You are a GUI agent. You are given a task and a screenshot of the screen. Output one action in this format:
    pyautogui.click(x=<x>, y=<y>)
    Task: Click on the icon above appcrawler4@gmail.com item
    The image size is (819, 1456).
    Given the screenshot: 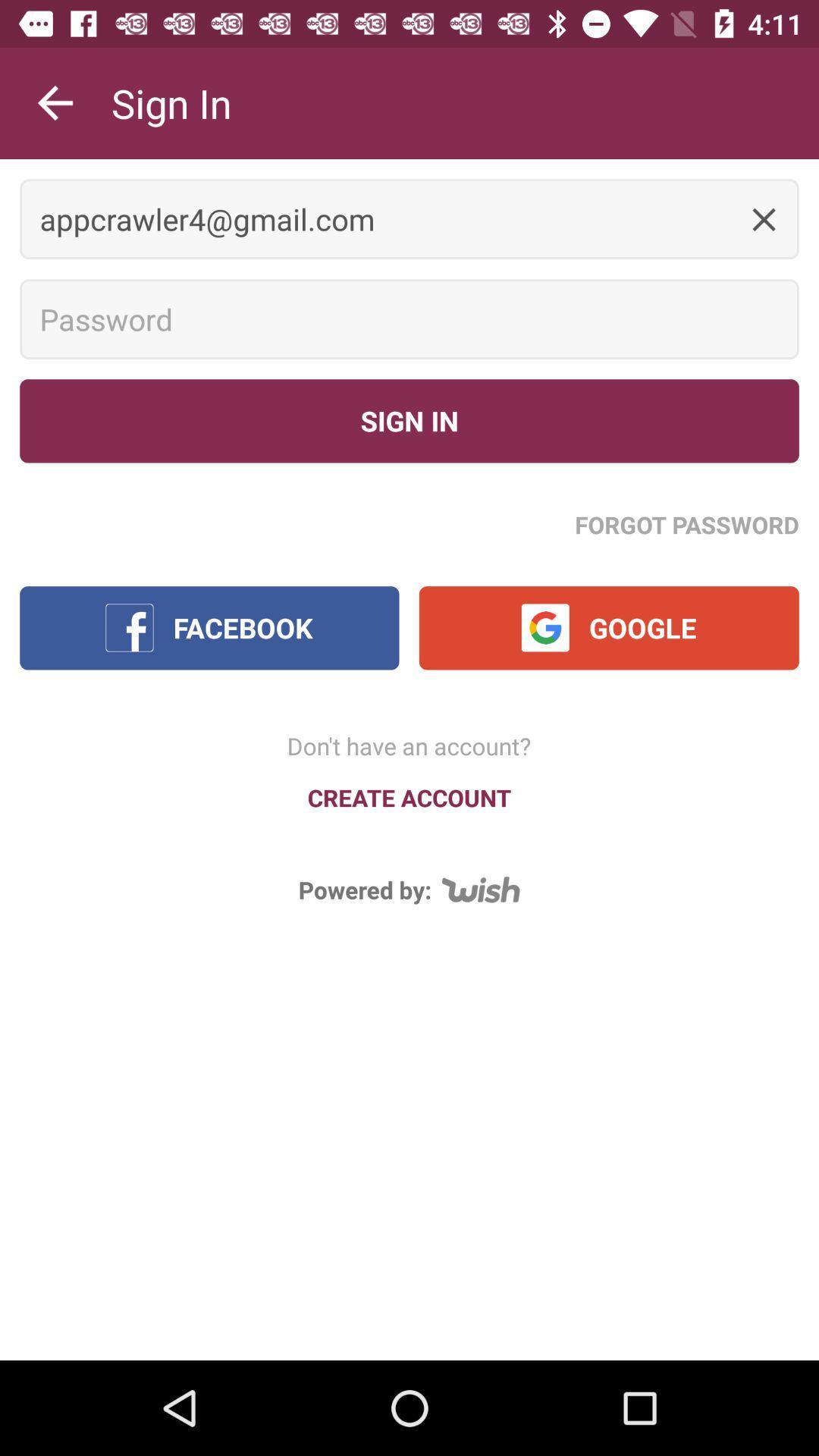 What is the action you would take?
    pyautogui.click(x=55, y=102)
    